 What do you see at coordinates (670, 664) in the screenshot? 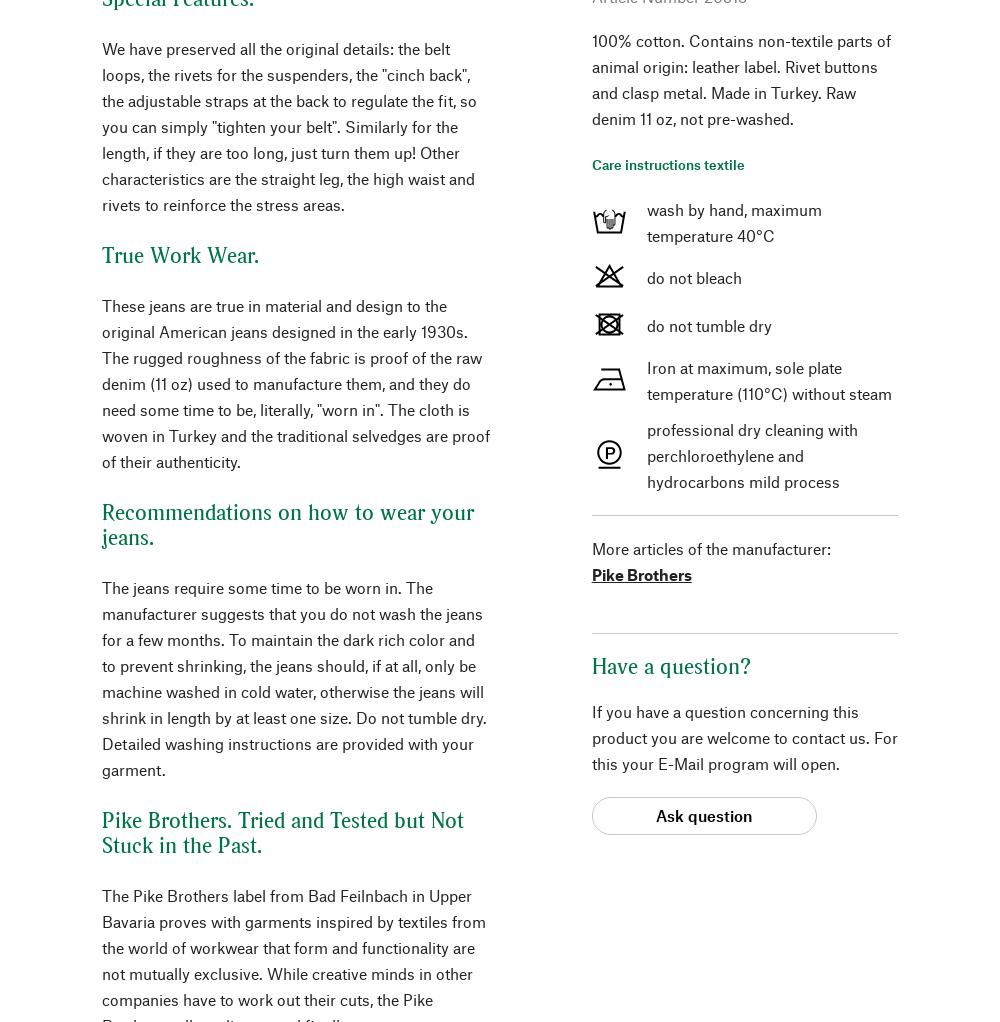
I see `'Have a question?'` at bounding box center [670, 664].